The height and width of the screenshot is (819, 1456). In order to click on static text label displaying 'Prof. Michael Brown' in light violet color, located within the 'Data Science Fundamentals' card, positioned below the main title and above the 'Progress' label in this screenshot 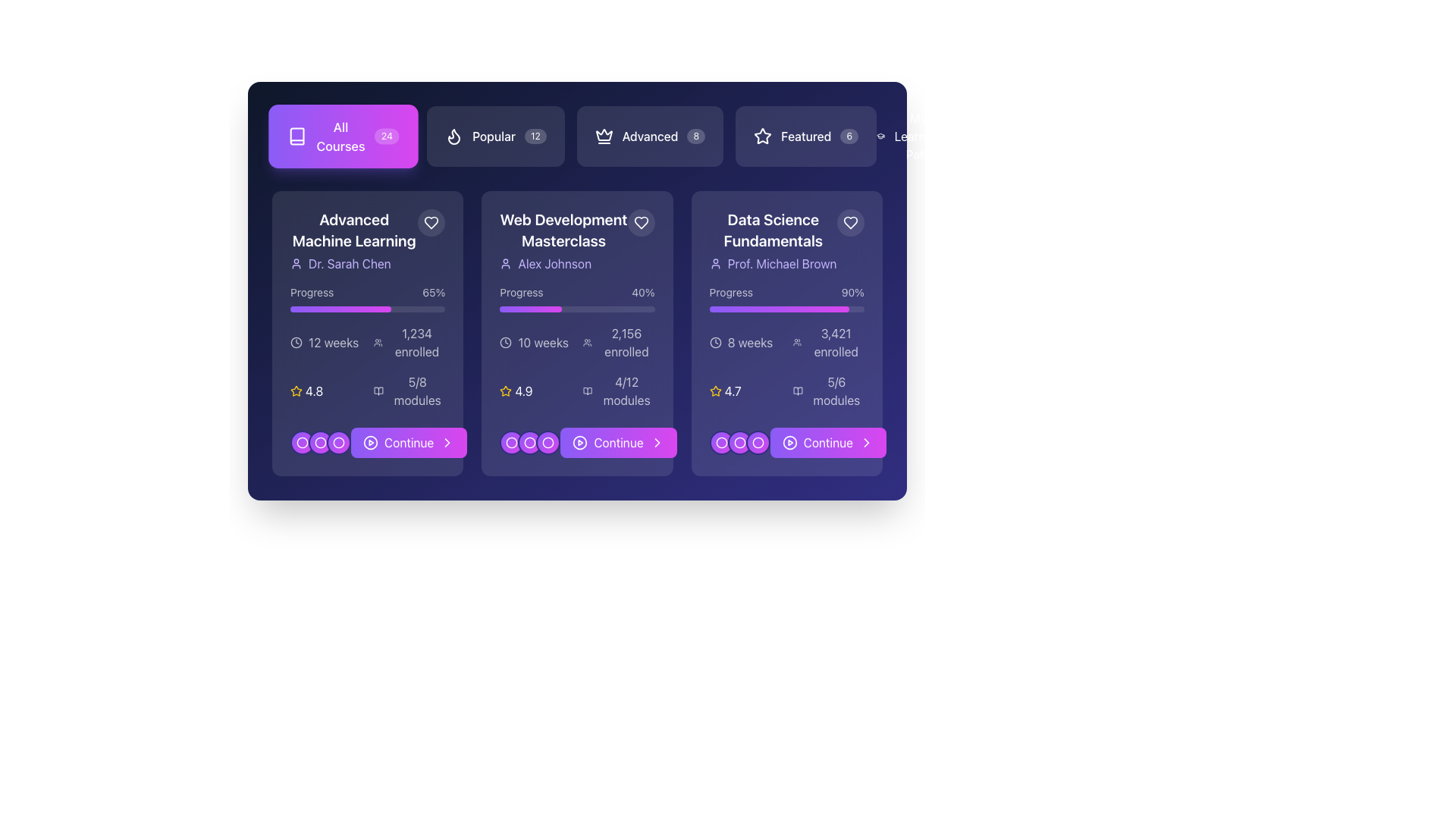, I will do `click(782, 262)`.